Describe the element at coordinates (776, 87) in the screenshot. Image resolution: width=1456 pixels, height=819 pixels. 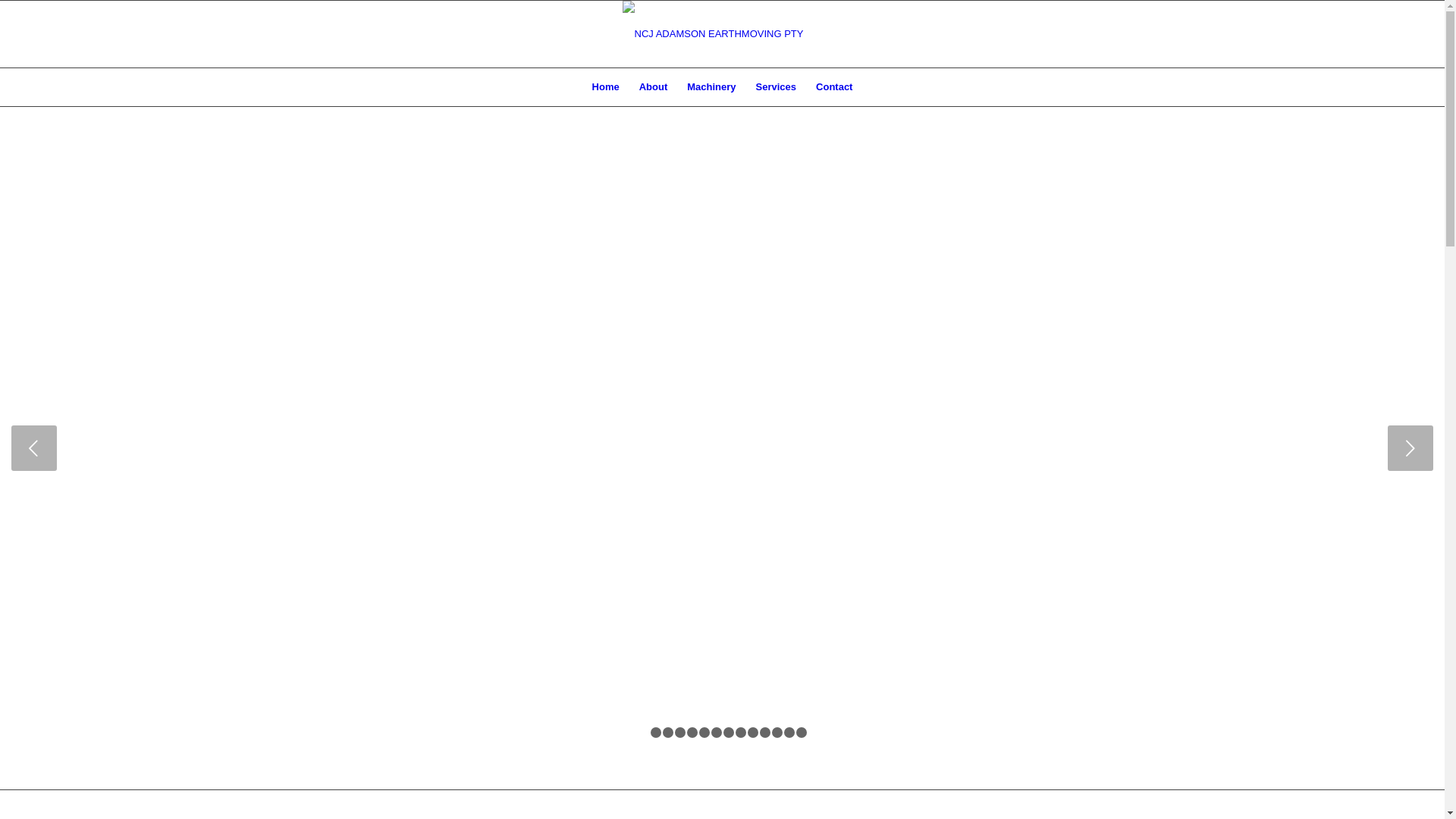
I see `'Services'` at that location.